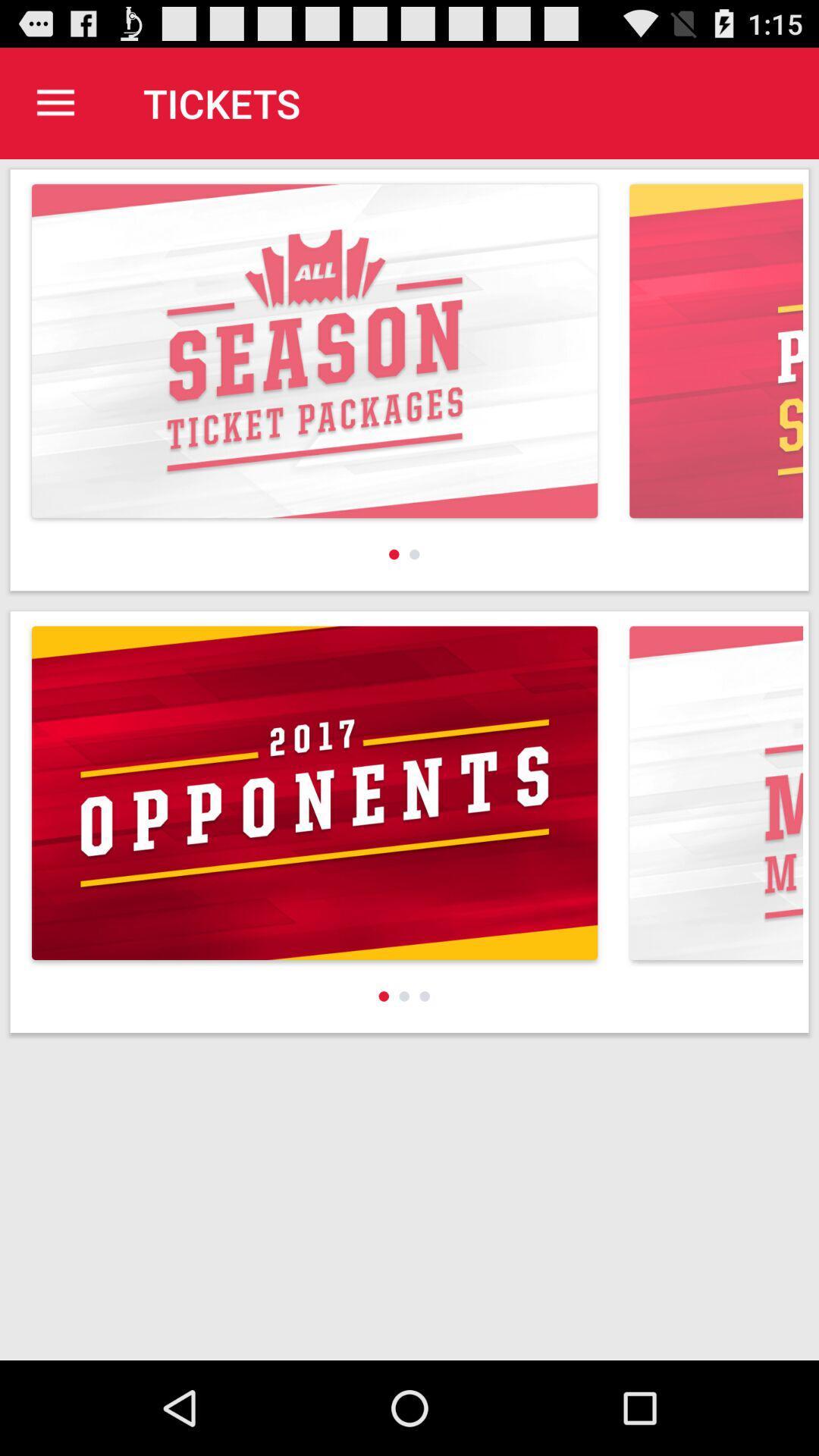  I want to click on item next to the tickets icon, so click(55, 102).